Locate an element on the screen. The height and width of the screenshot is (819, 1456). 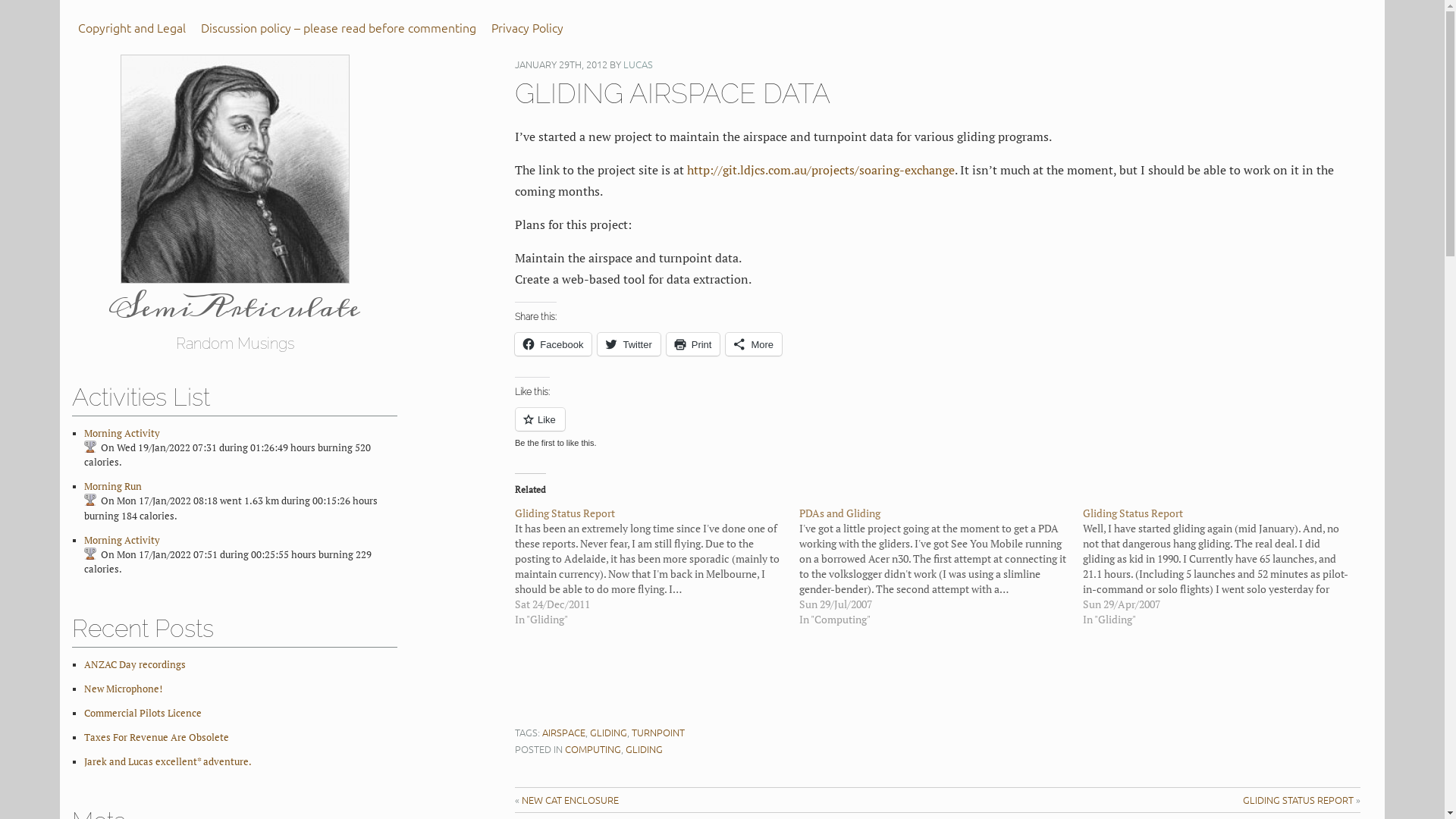
'PDAs and Gliding' is located at coordinates (940, 566).